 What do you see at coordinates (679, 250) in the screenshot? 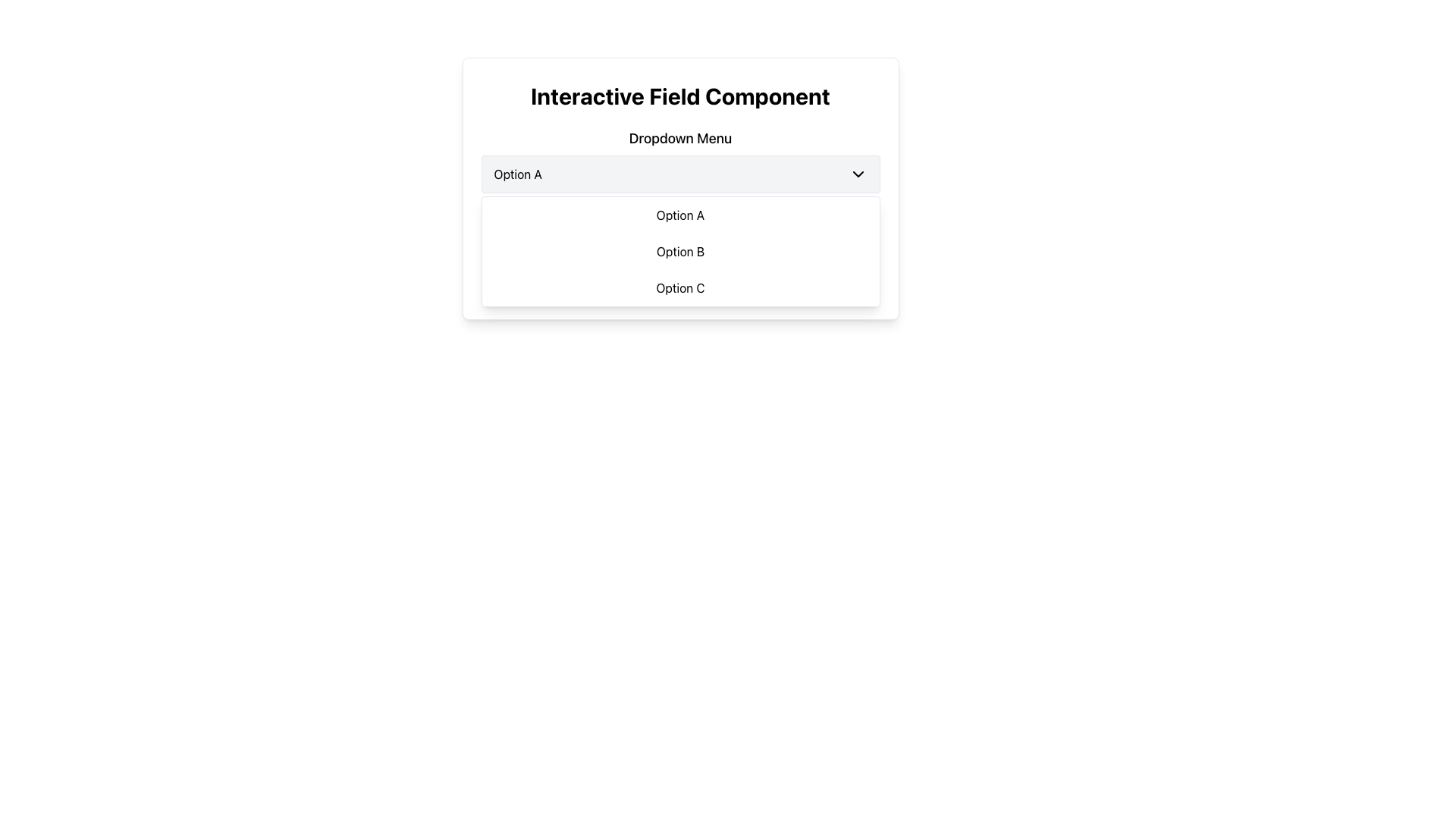
I see `to select the dropdown option labeled 'Option B', which is the second item in the dropdown menu with a hover effect and black text` at bounding box center [679, 250].